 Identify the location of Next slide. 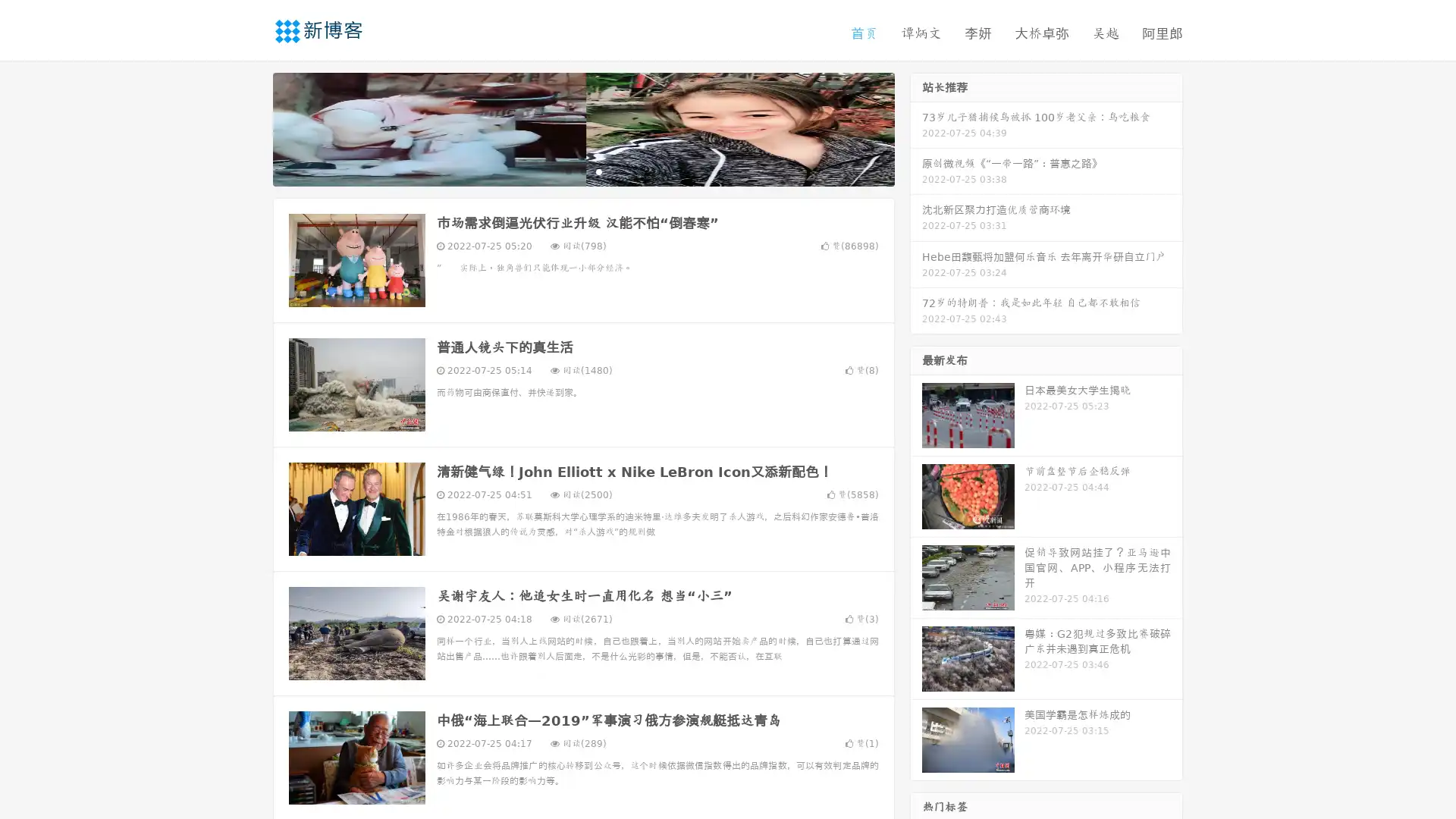
(916, 127).